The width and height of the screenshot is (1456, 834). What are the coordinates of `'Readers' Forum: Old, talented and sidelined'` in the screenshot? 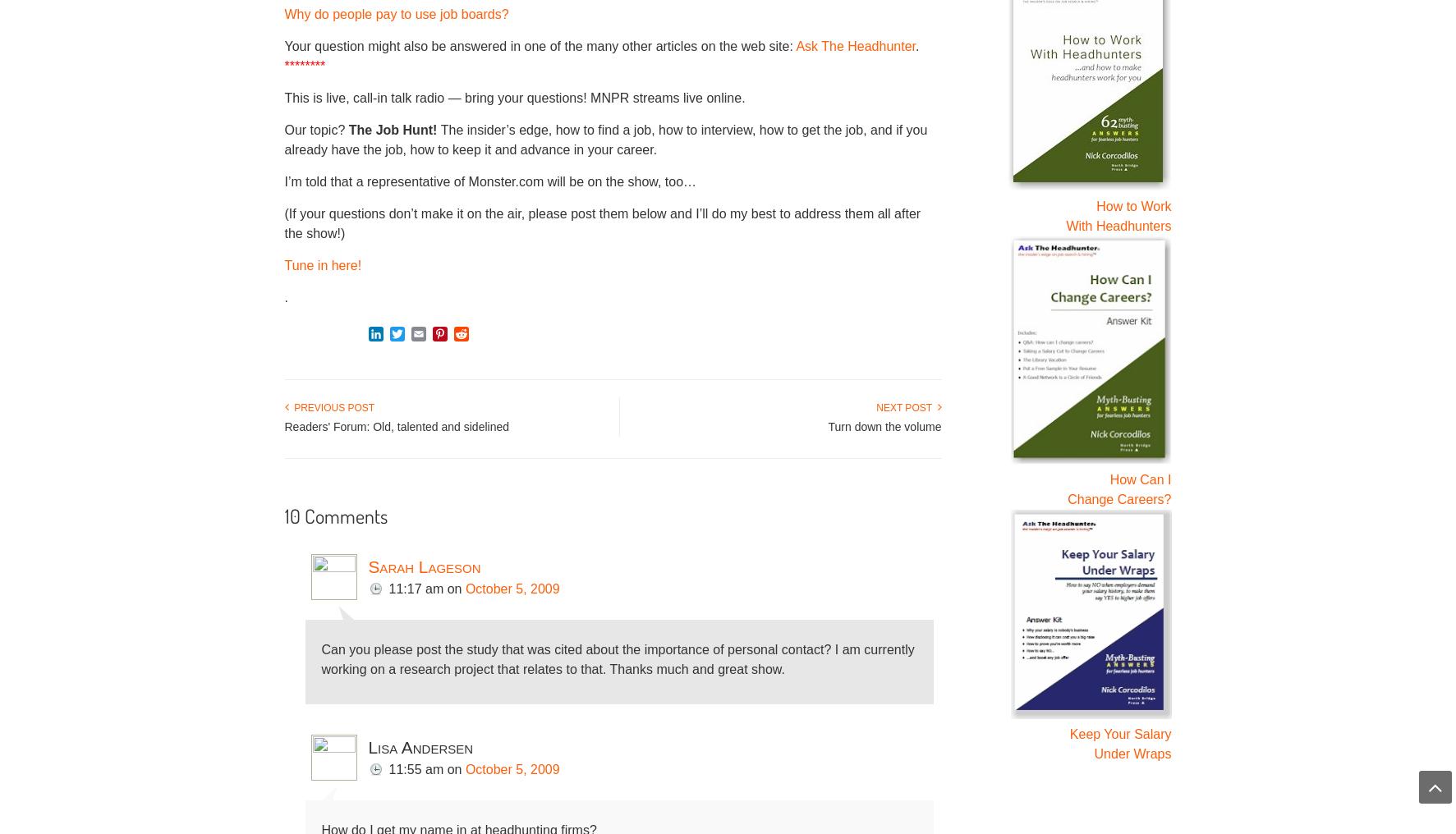 It's located at (395, 424).